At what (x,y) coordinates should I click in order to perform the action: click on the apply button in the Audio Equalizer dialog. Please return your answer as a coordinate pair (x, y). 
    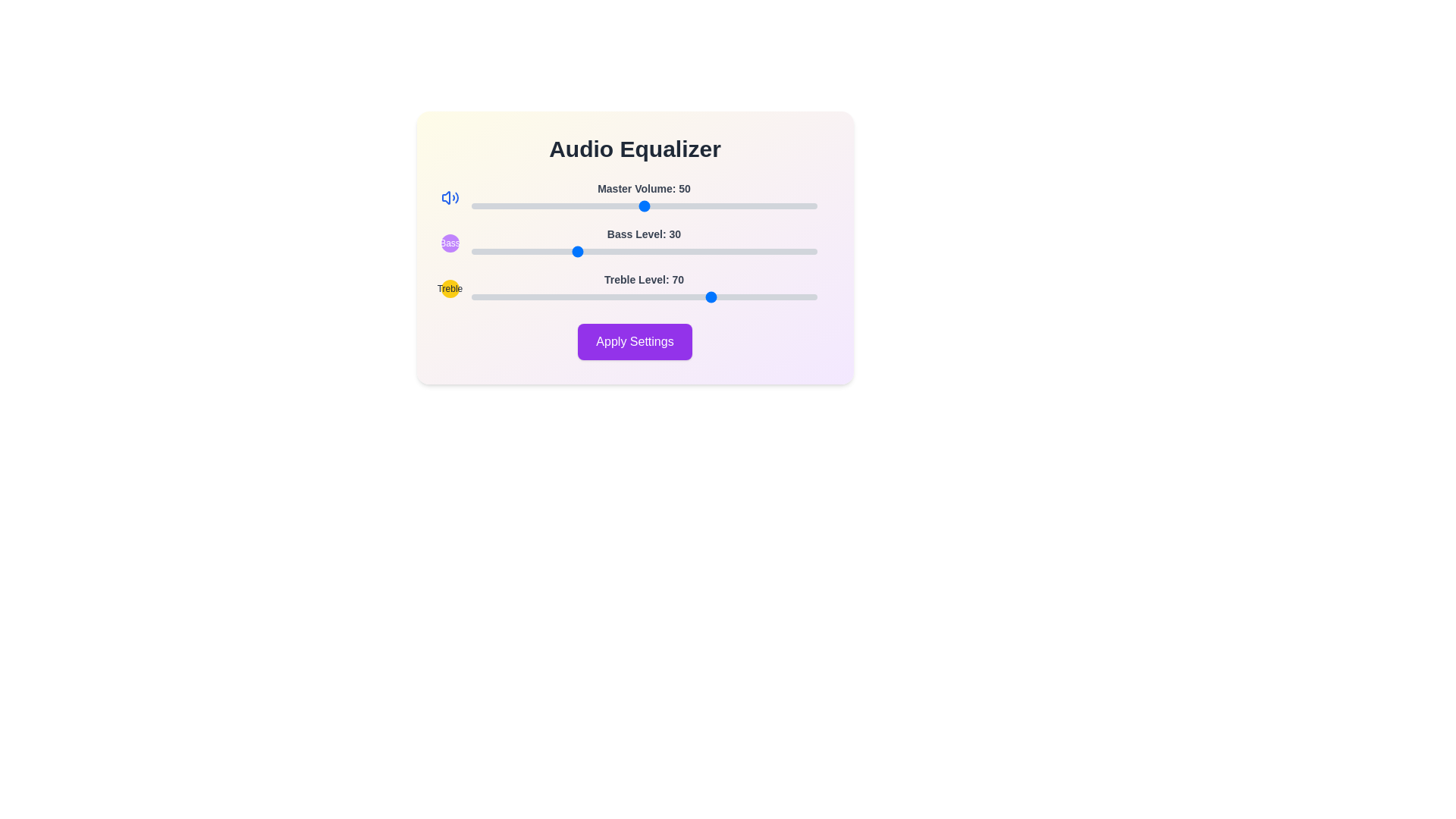
    Looking at the image, I should click on (635, 342).